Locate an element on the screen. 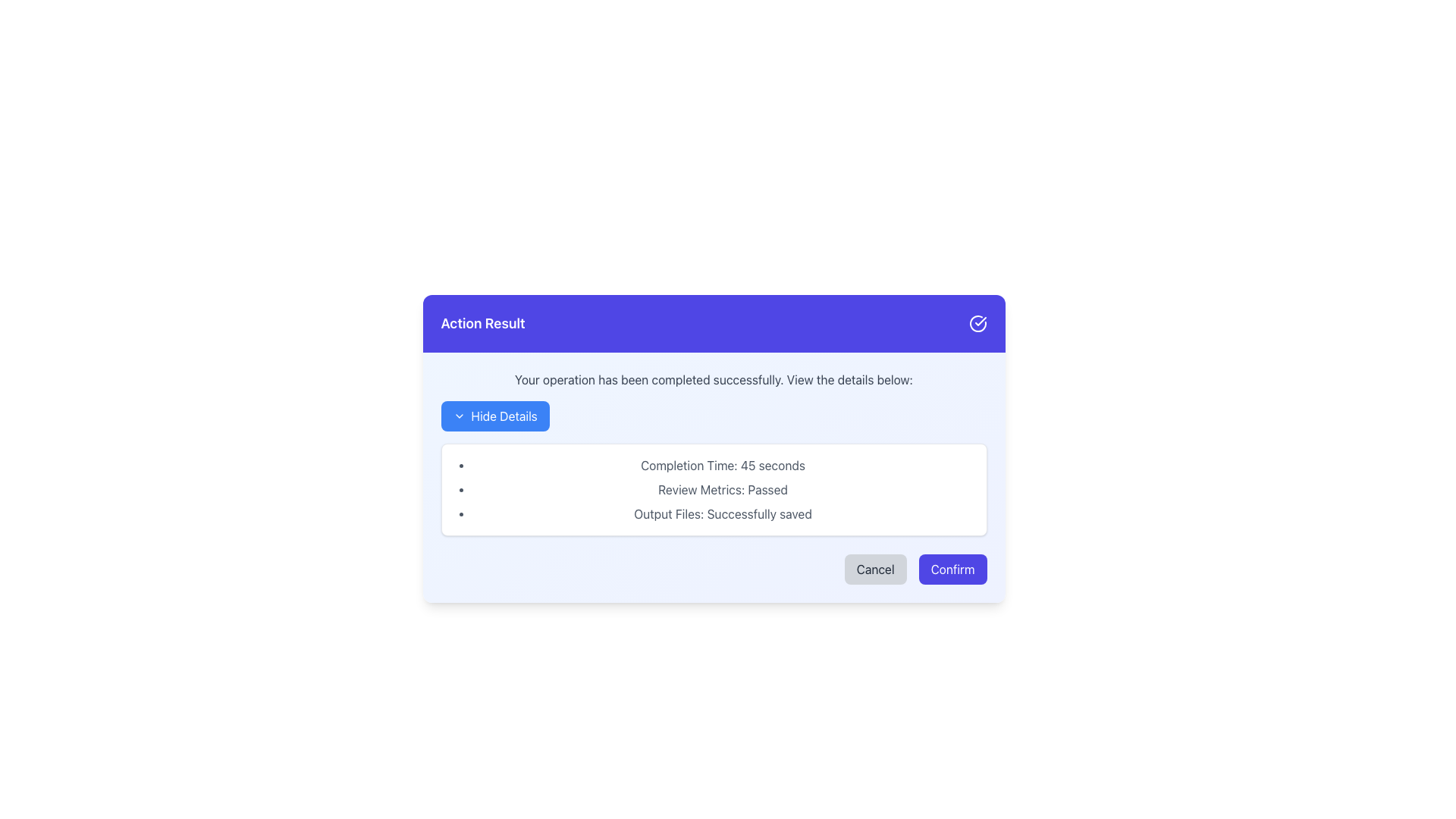 The height and width of the screenshot is (819, 1456). the static text element that reads 'Completion Time: 45 seconds', which is the first item in a bulleted list under the blue header indicating successful operation completion is located at coordinates (722, 464).